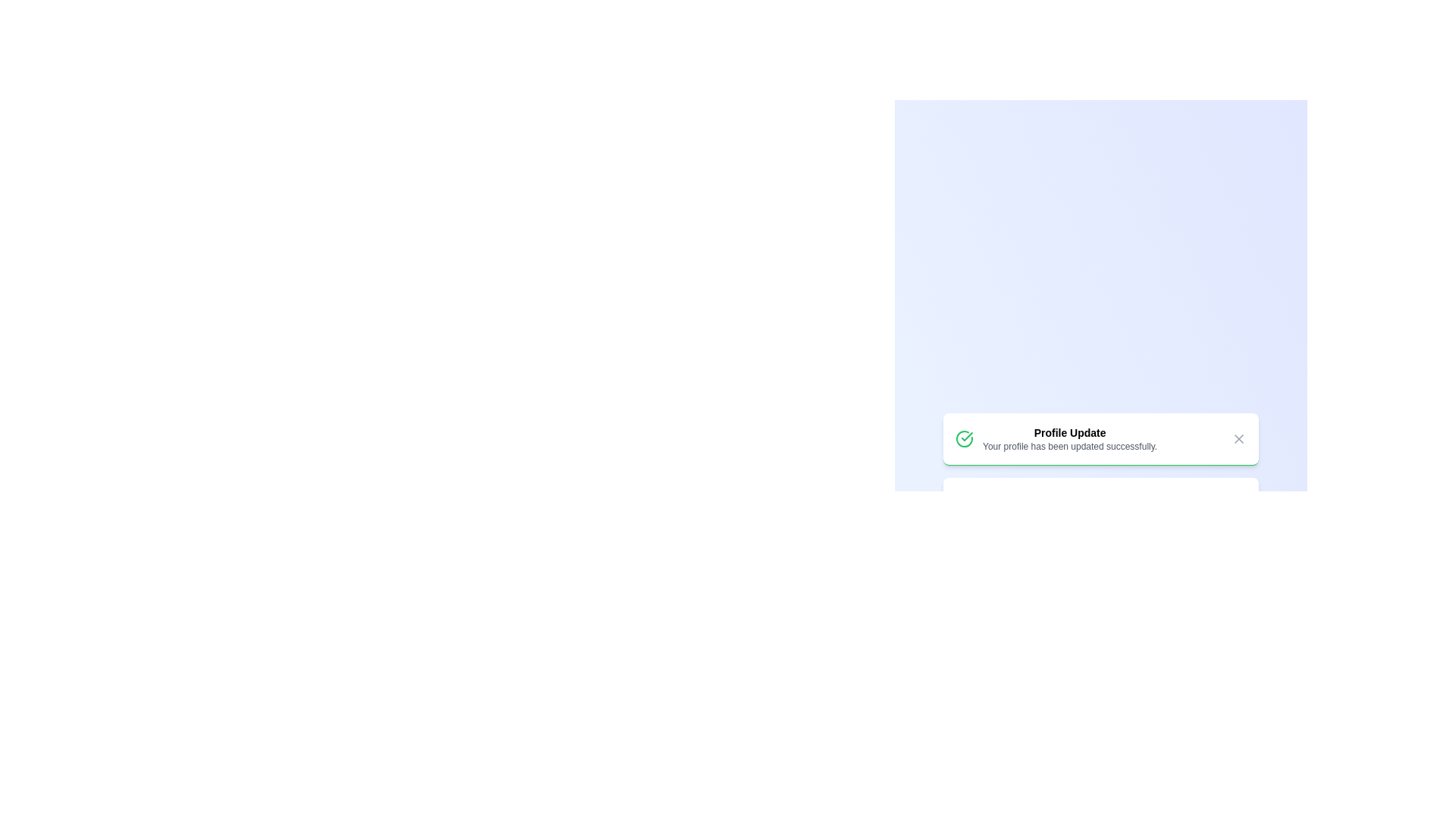  Describe the element at coordinates (966, 436) in the screenshot. I see `the green checkmark icon located within a green circular icon, which is positioned to the left of the 'Profile Update' text in the bottom-right corner of the notification toast` at that location.